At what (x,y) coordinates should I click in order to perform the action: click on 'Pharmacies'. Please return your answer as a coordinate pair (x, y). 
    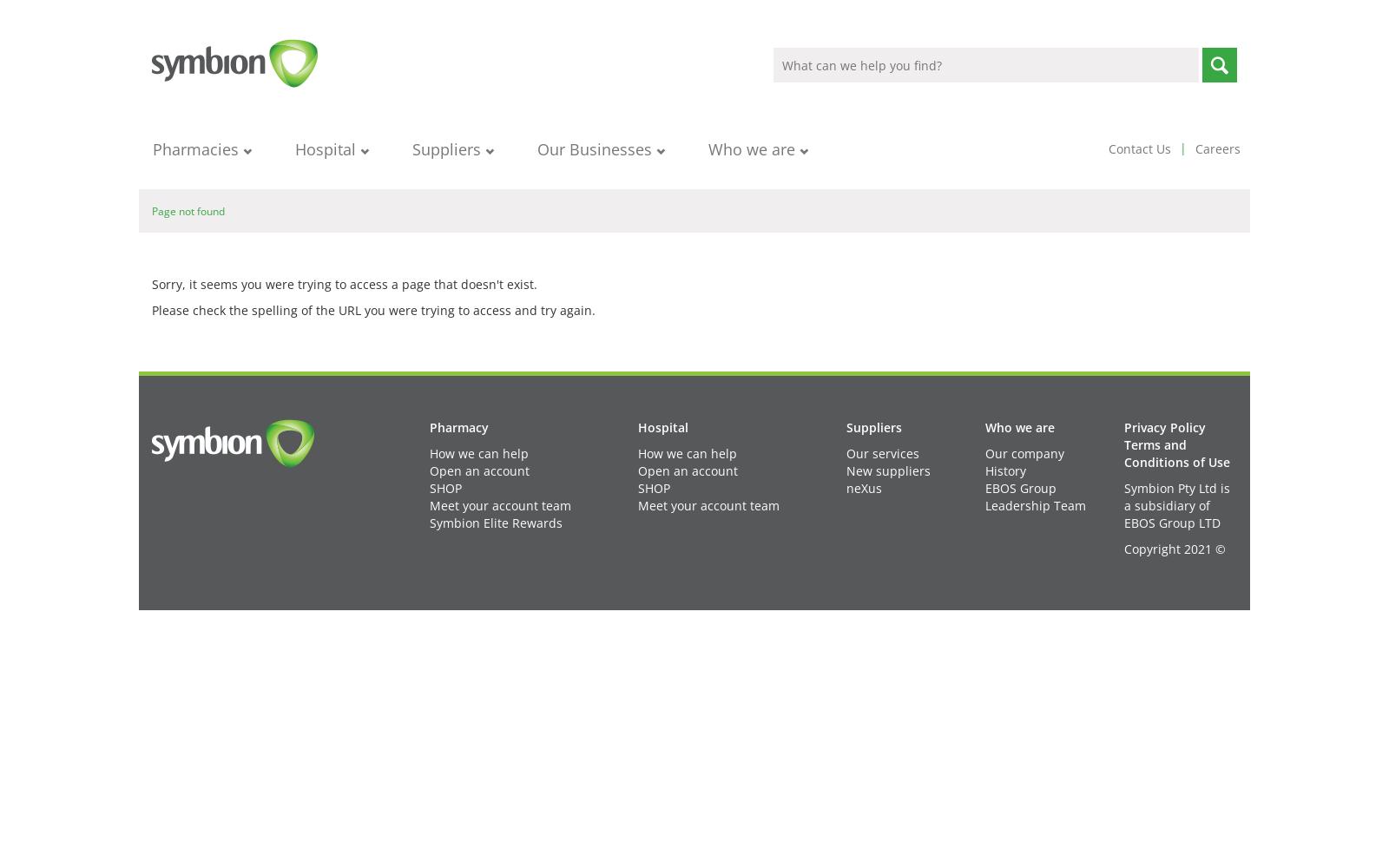
    Looking at the image, I should click on (152, 149).